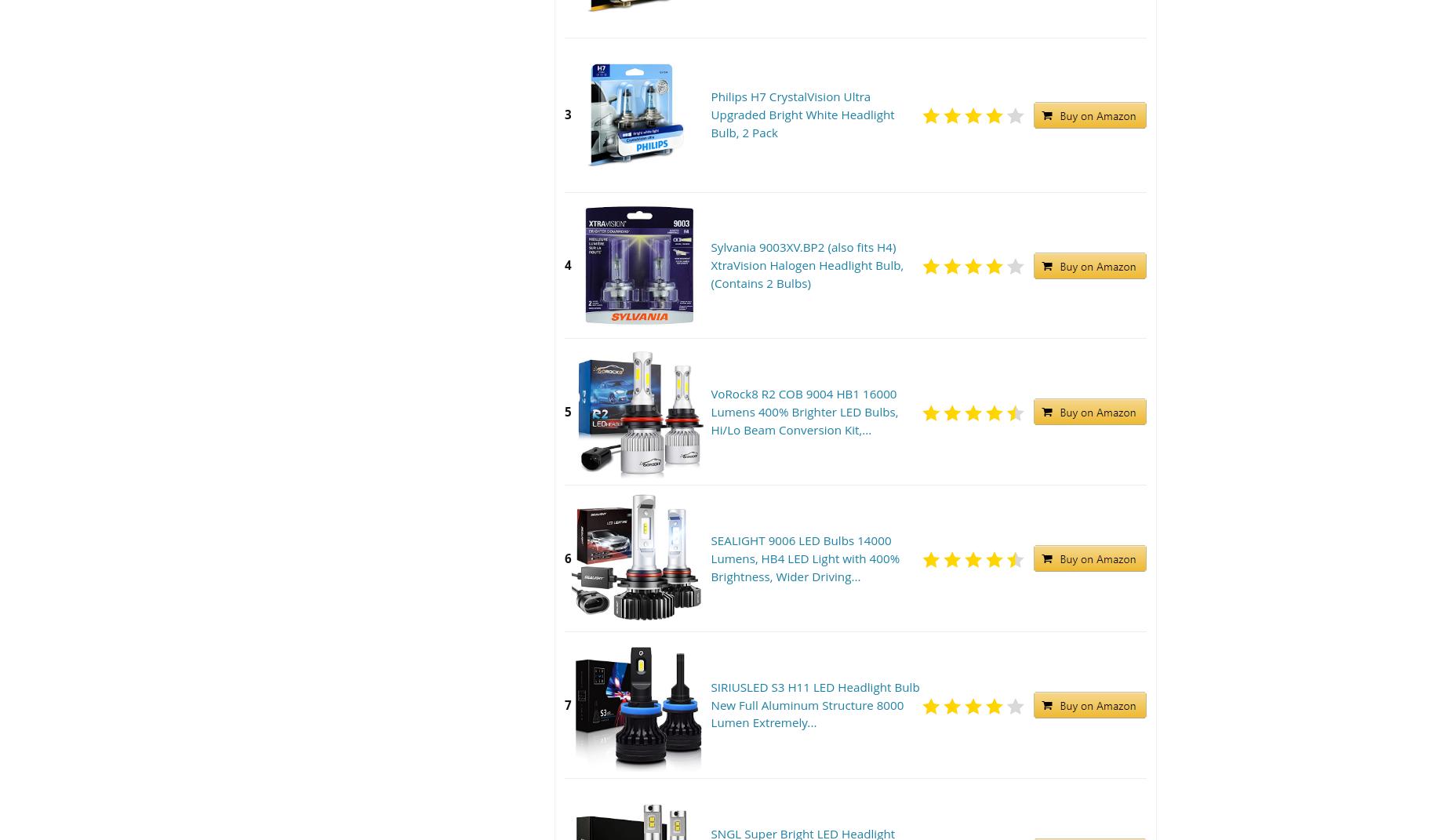 The height and width of the screenshot is (840, 1451). What do you see at coordinates (802, 114) in the screenshot?
I see `'Philips H7 CrystalVision Ultra Upgraded Bright White Headlight Bulb, 2 Pack'` at bounding box center [802, 114].